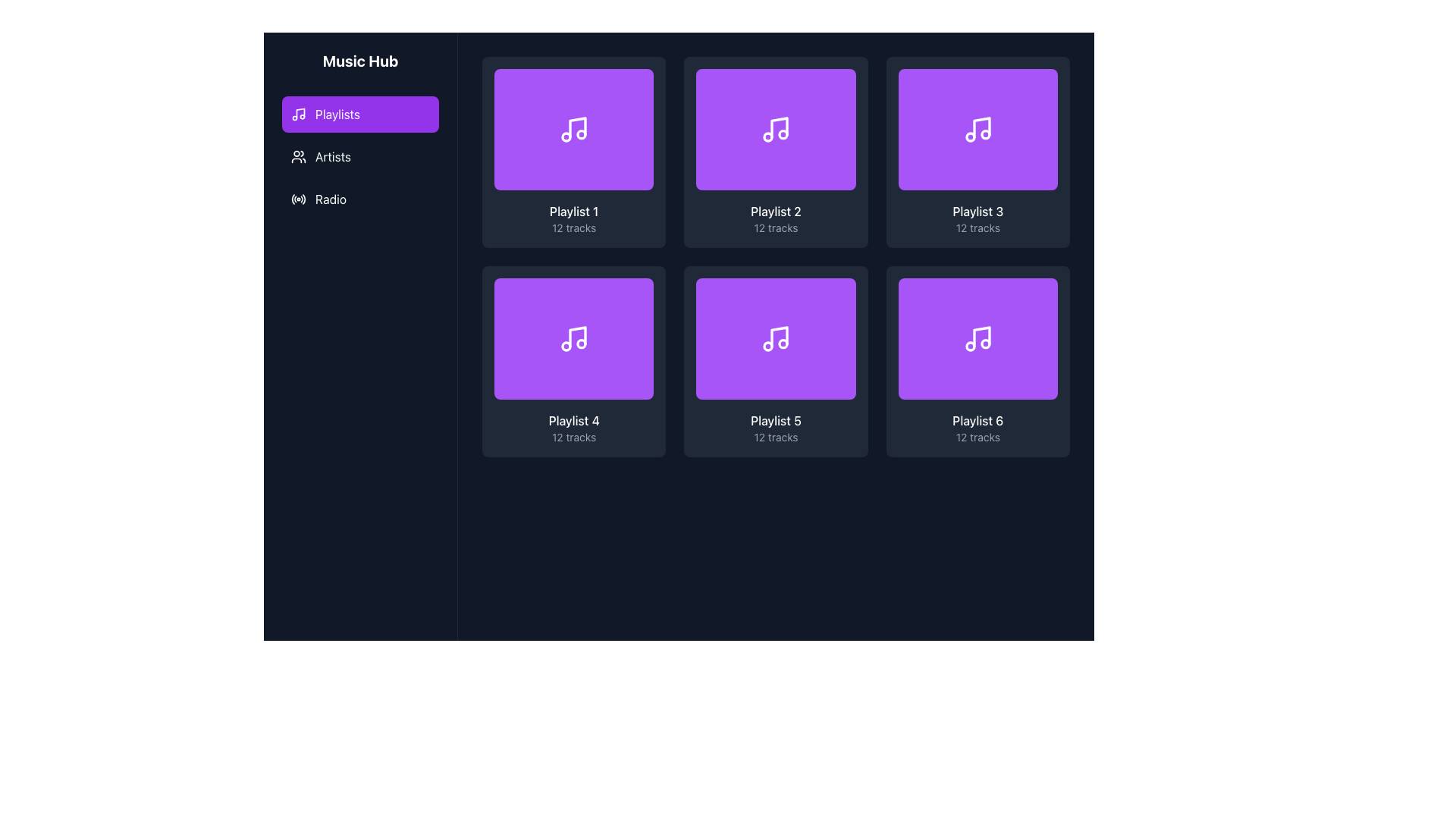 Image resolution: width=1456 pixels, height=819 pixels. What do you see at coordinates (977, 128) in the screenshot?
I see `the SVG icon depicting musical notes, which is located within the purple, rounded rectangle labeled 'Playlist 3' in the third column of the first row of playlist icons` at bounding box center [977, 128].